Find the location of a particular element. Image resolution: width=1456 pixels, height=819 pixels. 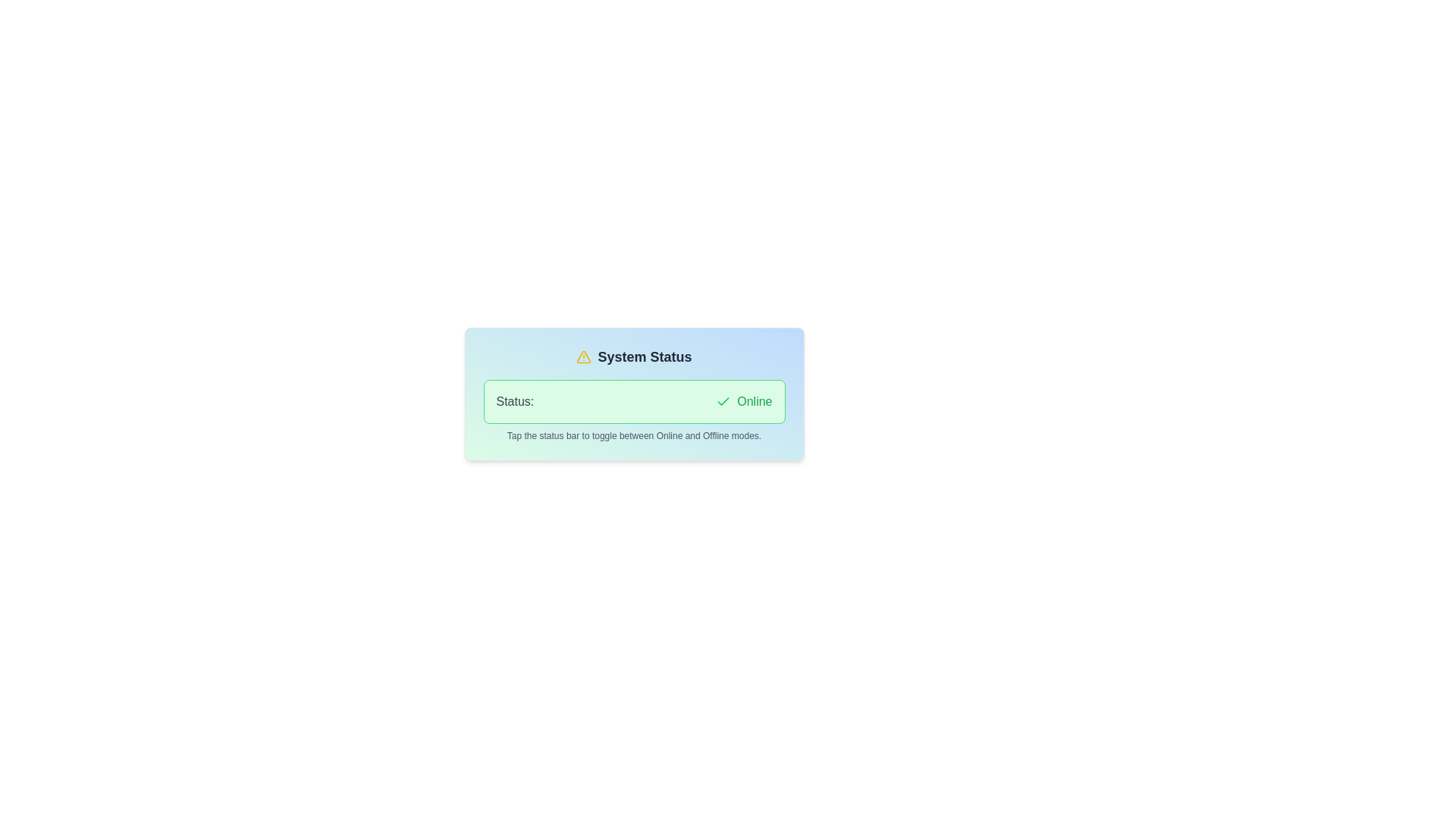

the green-colored text label that reads 'Online', positioned to the right of a green checkmark icon within the system status indicator panel is located at coordinates (755, 400).